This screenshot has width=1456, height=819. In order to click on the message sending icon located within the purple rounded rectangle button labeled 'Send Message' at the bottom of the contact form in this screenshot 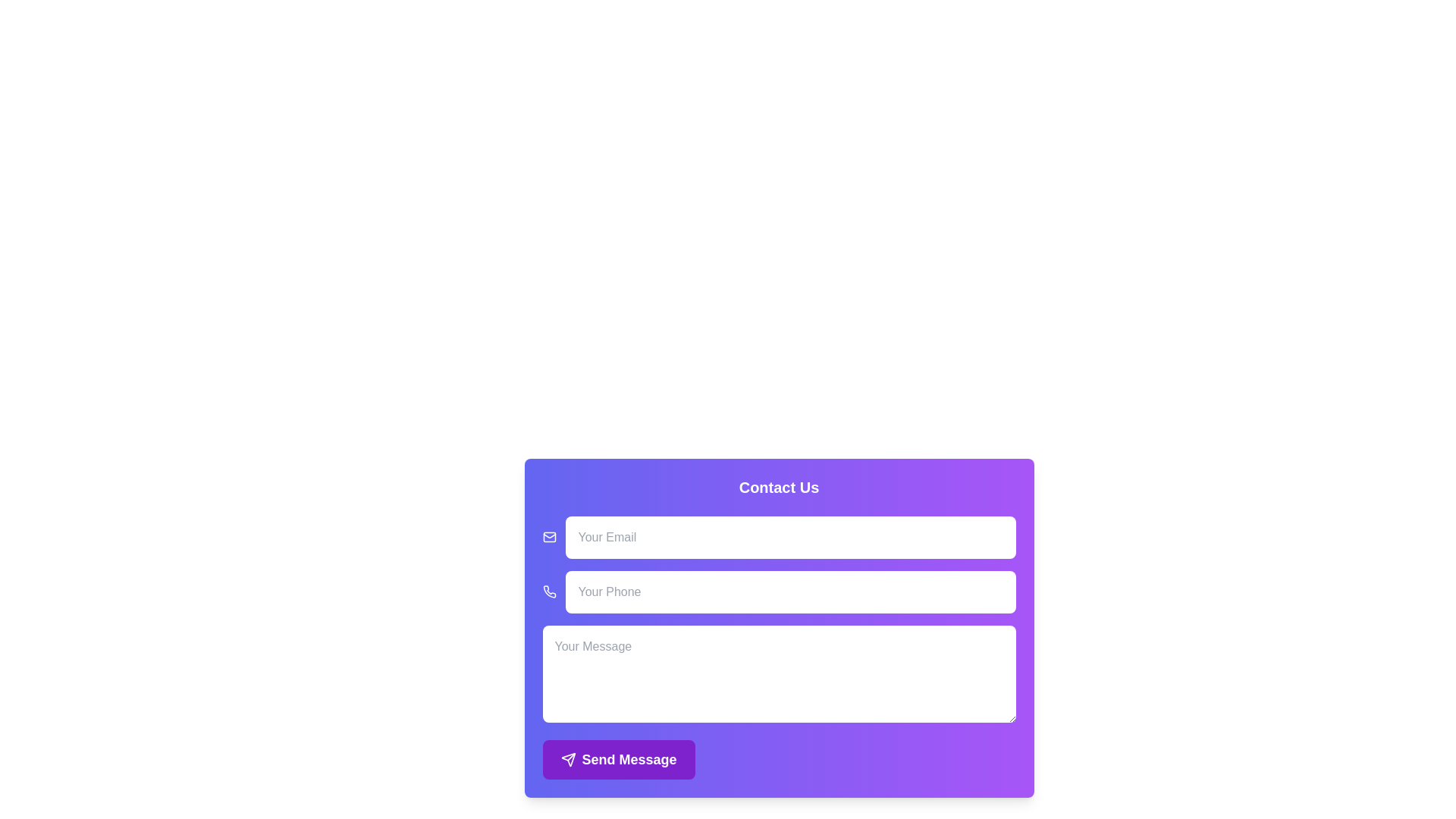, I will do `click(567, 760)`.